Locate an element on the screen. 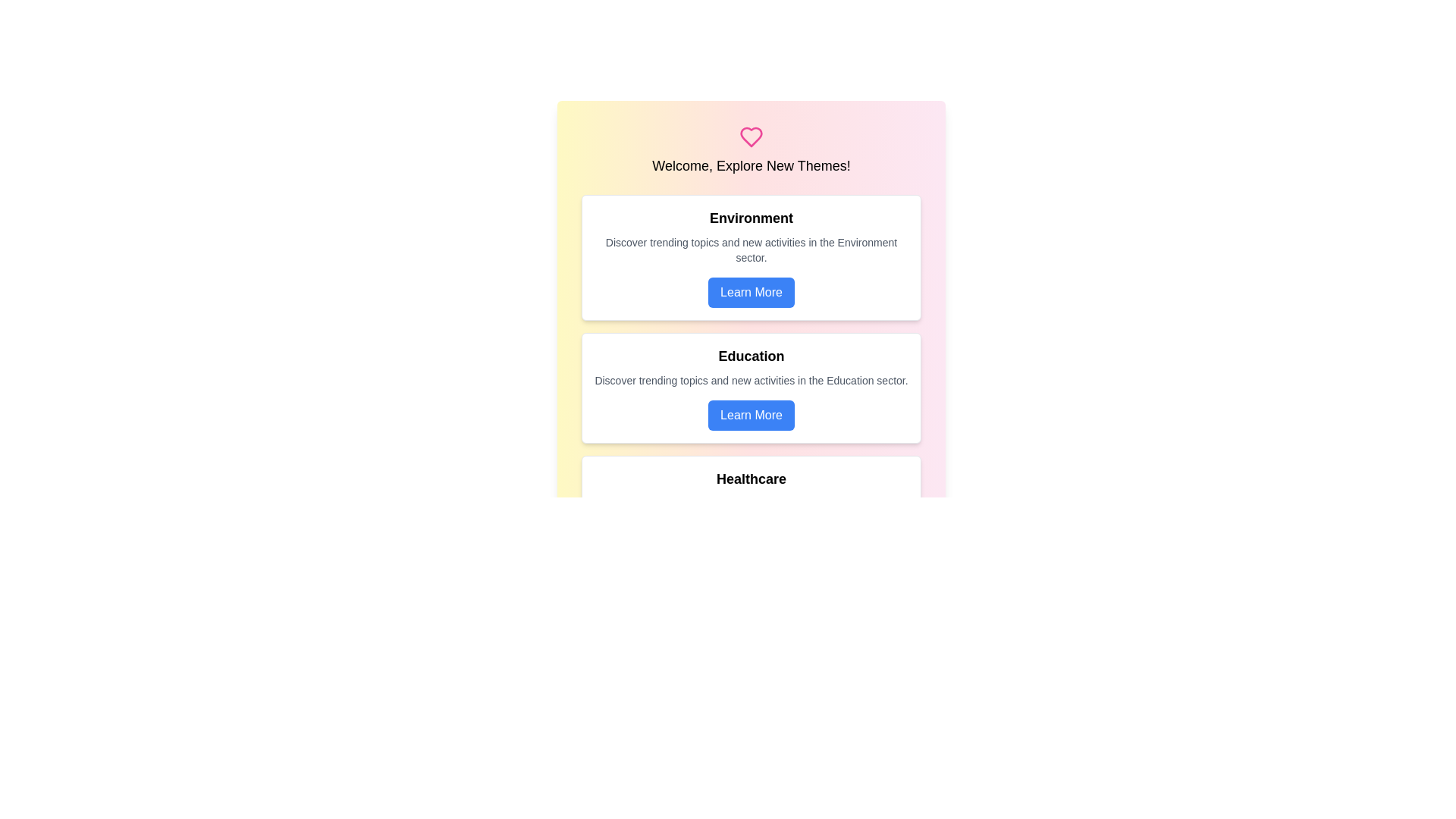 This screenshot has height=819, width=1456. the descriptive text block for the 'Education' theme located centrally beneath the 'Education' header and above the 'Learn More' button in the second card of a vertical stack is located at coordinates (751, 379).